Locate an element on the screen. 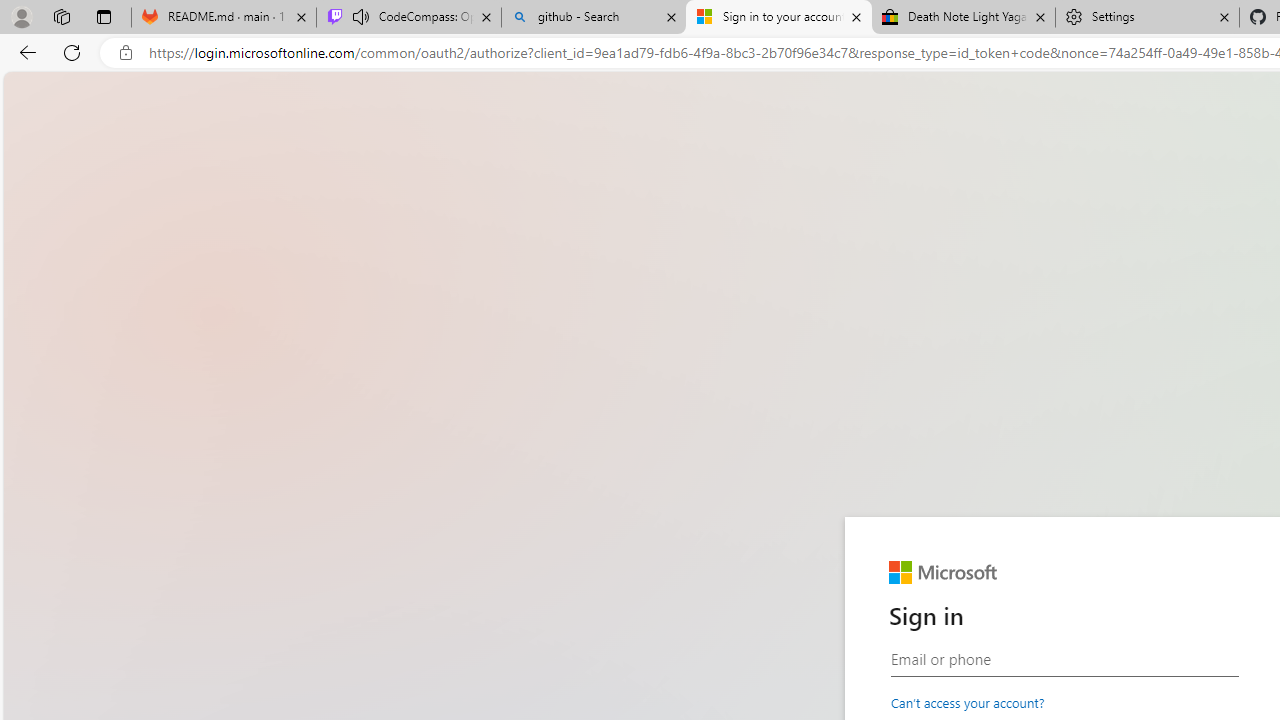 The height and width of the screenshot is (720, 1280). 'github - Search' is located at coordinates (592, 17).